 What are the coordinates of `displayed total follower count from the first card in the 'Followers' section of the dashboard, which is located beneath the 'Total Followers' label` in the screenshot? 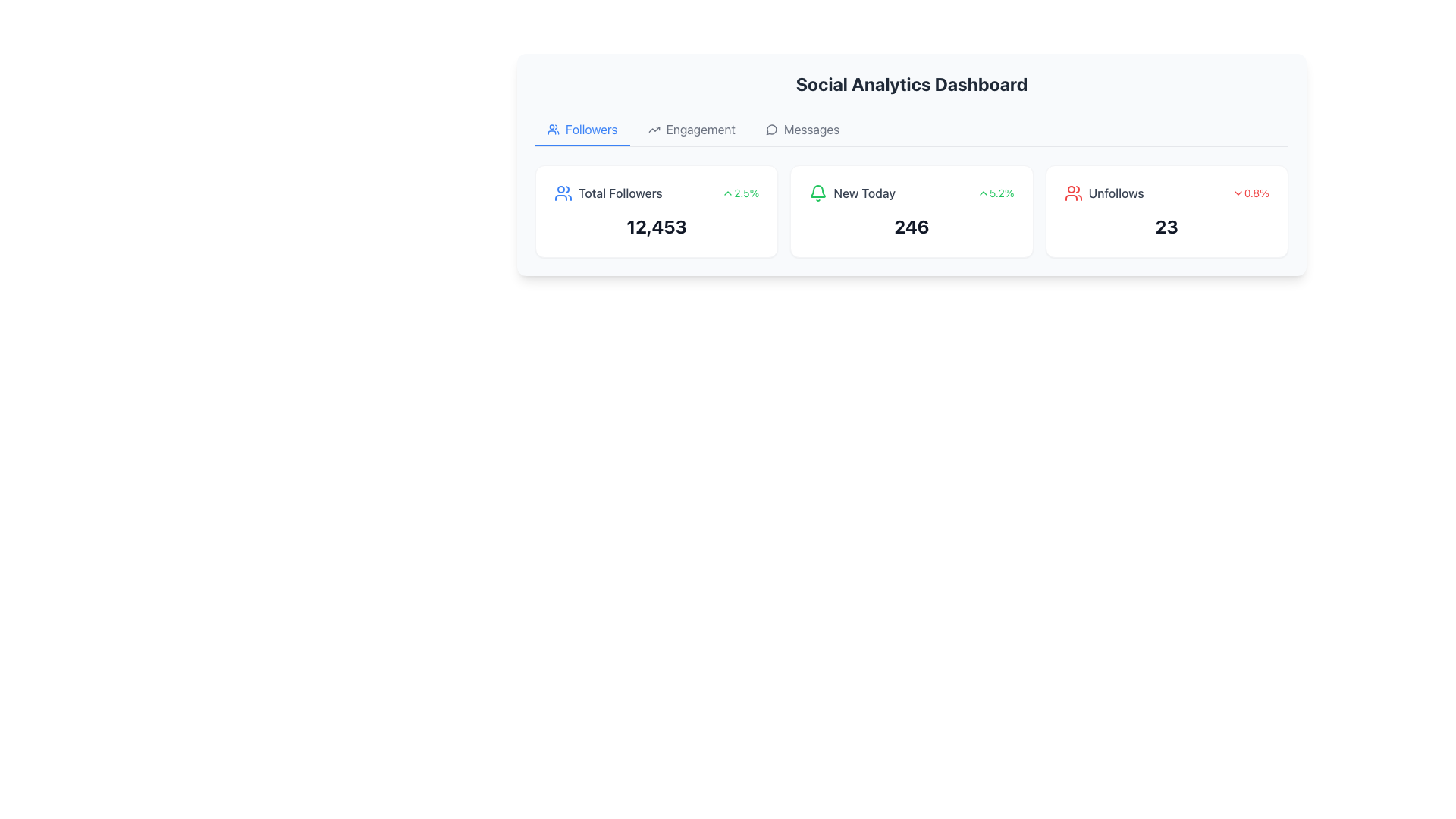 It's located at (657, 227).